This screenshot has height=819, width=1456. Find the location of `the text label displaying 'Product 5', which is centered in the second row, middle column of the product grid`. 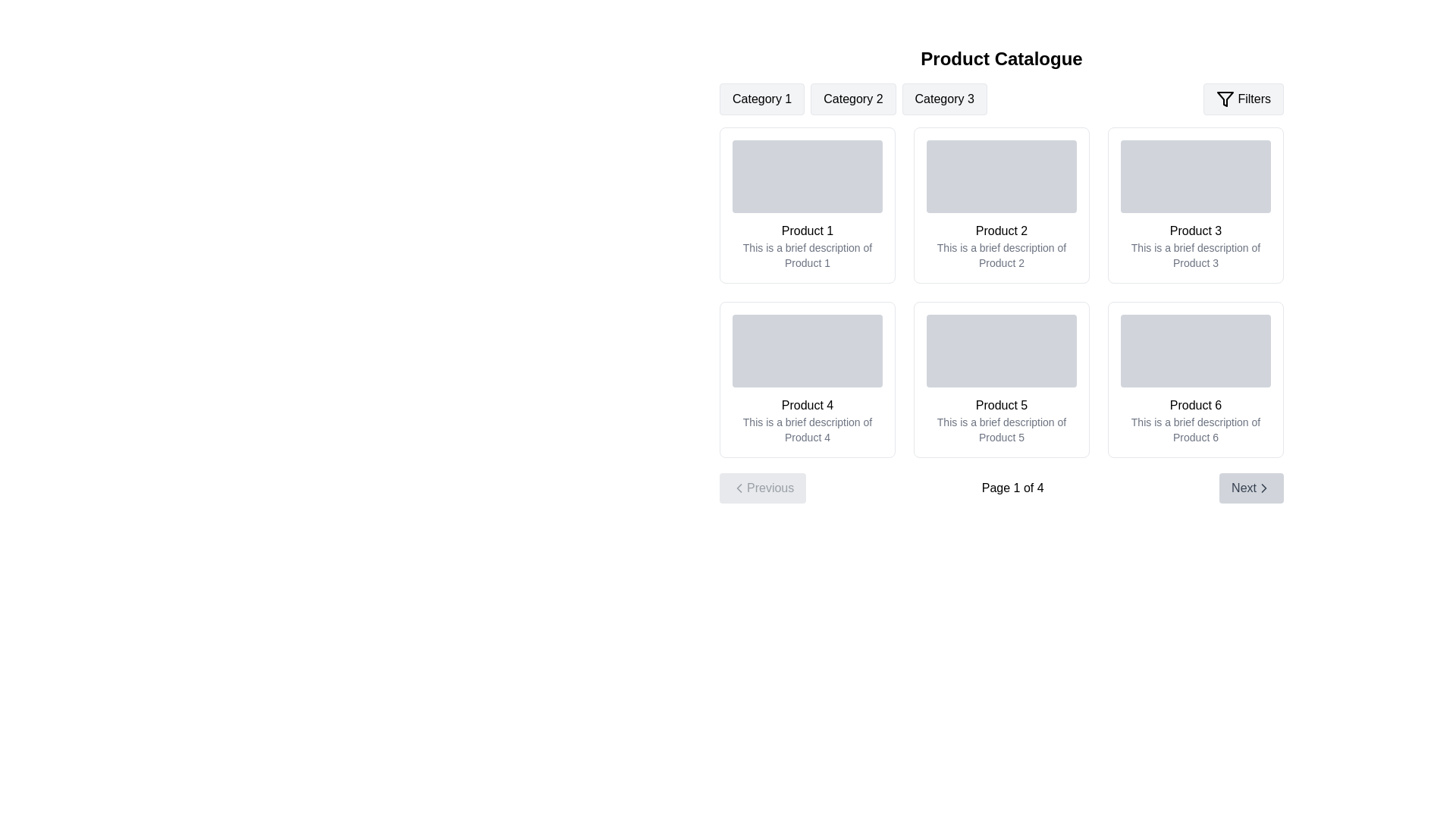

the text label displaying 'Product 5', which is centered in the second row, middle column of the product grid is located at coordinates (1001, 405).